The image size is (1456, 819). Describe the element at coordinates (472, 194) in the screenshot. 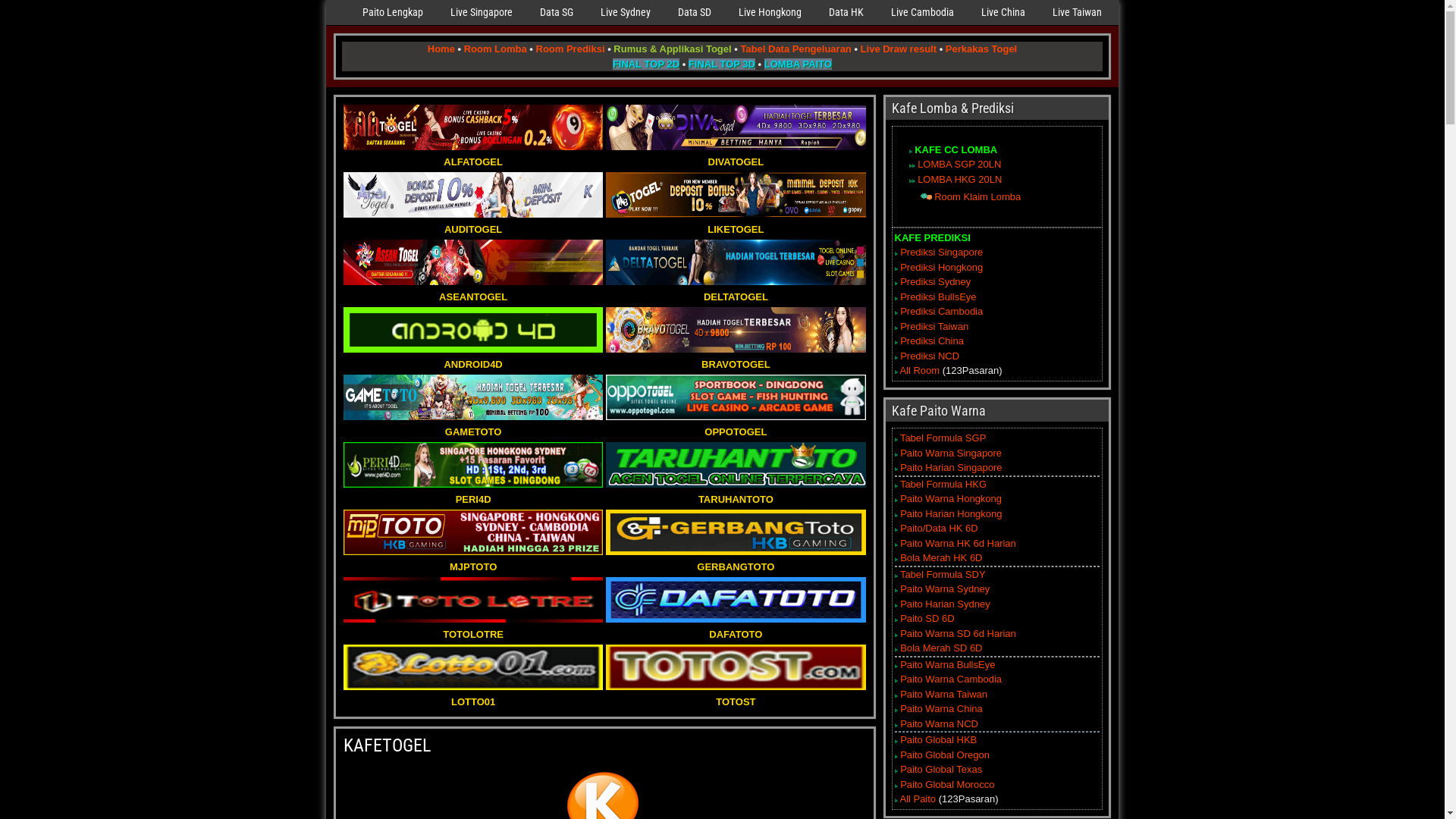

I see `'Bandar Judi Online Terpercaya AUDITOGEL'` at that location.